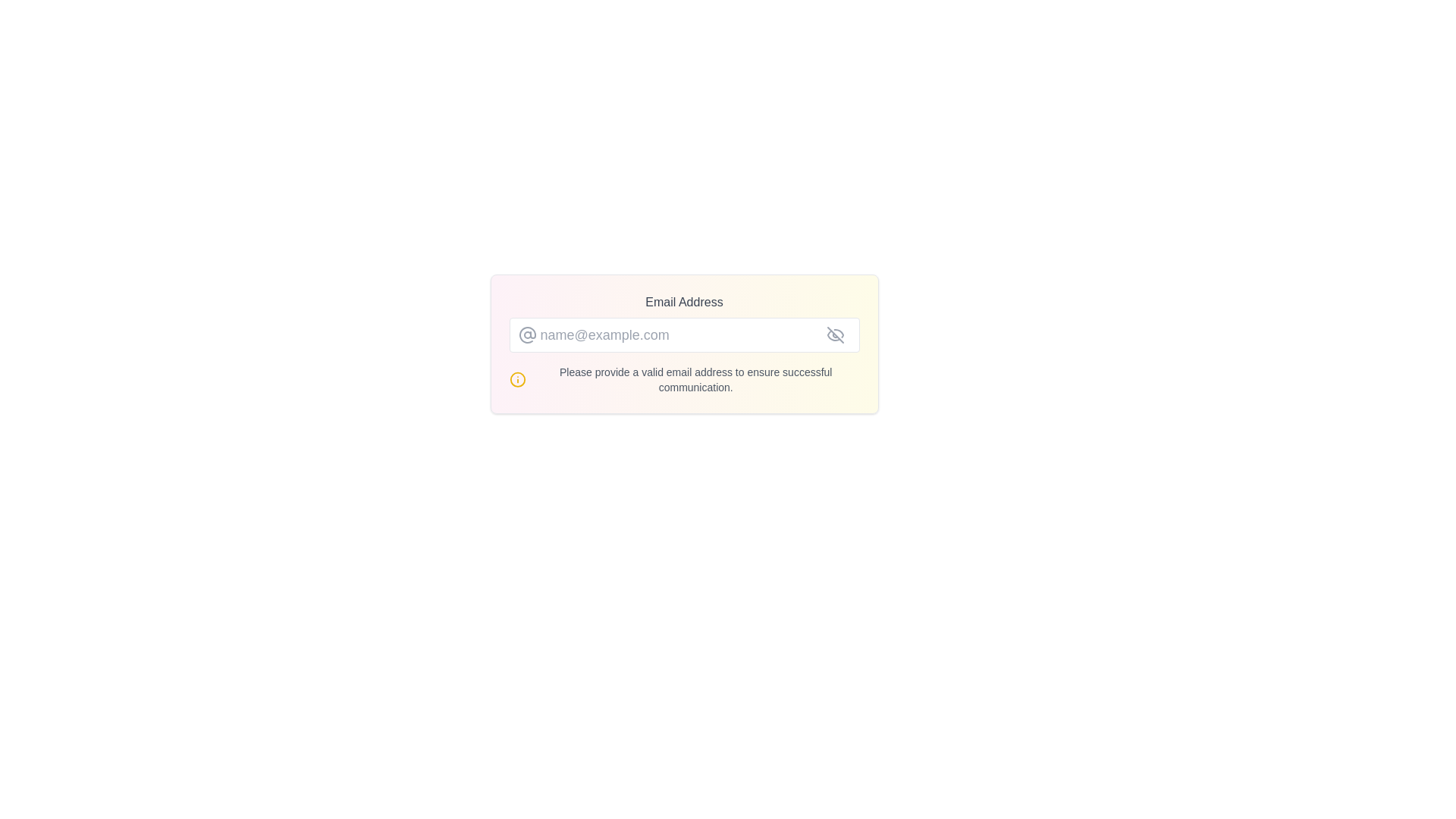 The image size is (1456, 819). What do you see at coordinates (695, 379) in the screenshot?
I see `text element that provides a reminder about entering a valid email address, located centrally beneath the email input field` at bounding box center [695, 379].